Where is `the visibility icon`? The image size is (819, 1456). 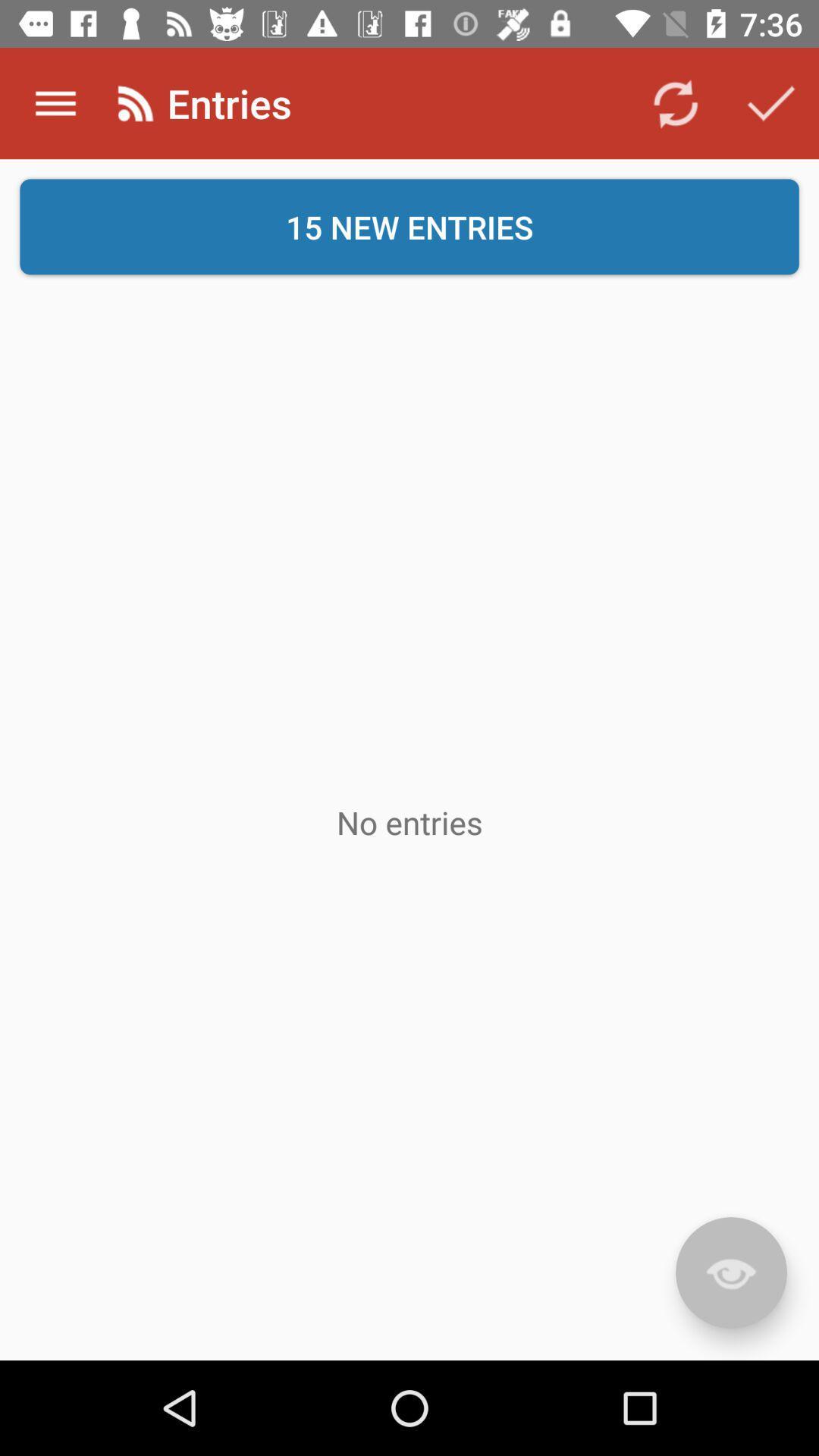
the visibility icon is located at coordinates (730, 1272).